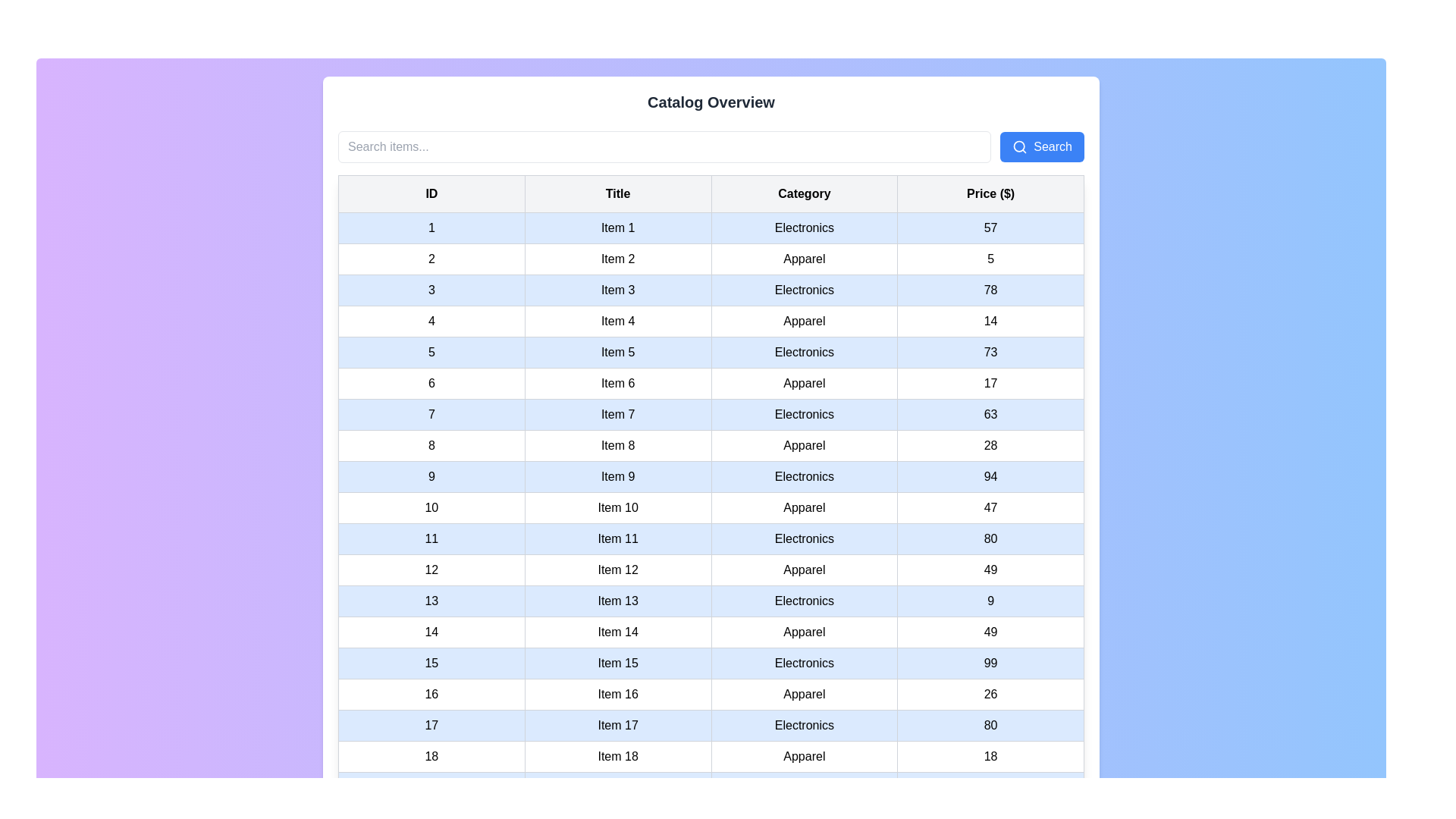 This screenshot has height=819, width=1456. Describe the element at coordinates (990, 601) in the screenshot. I see `the content of the Text cell in the table under the 'Price ($)' column for Item 13` at that location.